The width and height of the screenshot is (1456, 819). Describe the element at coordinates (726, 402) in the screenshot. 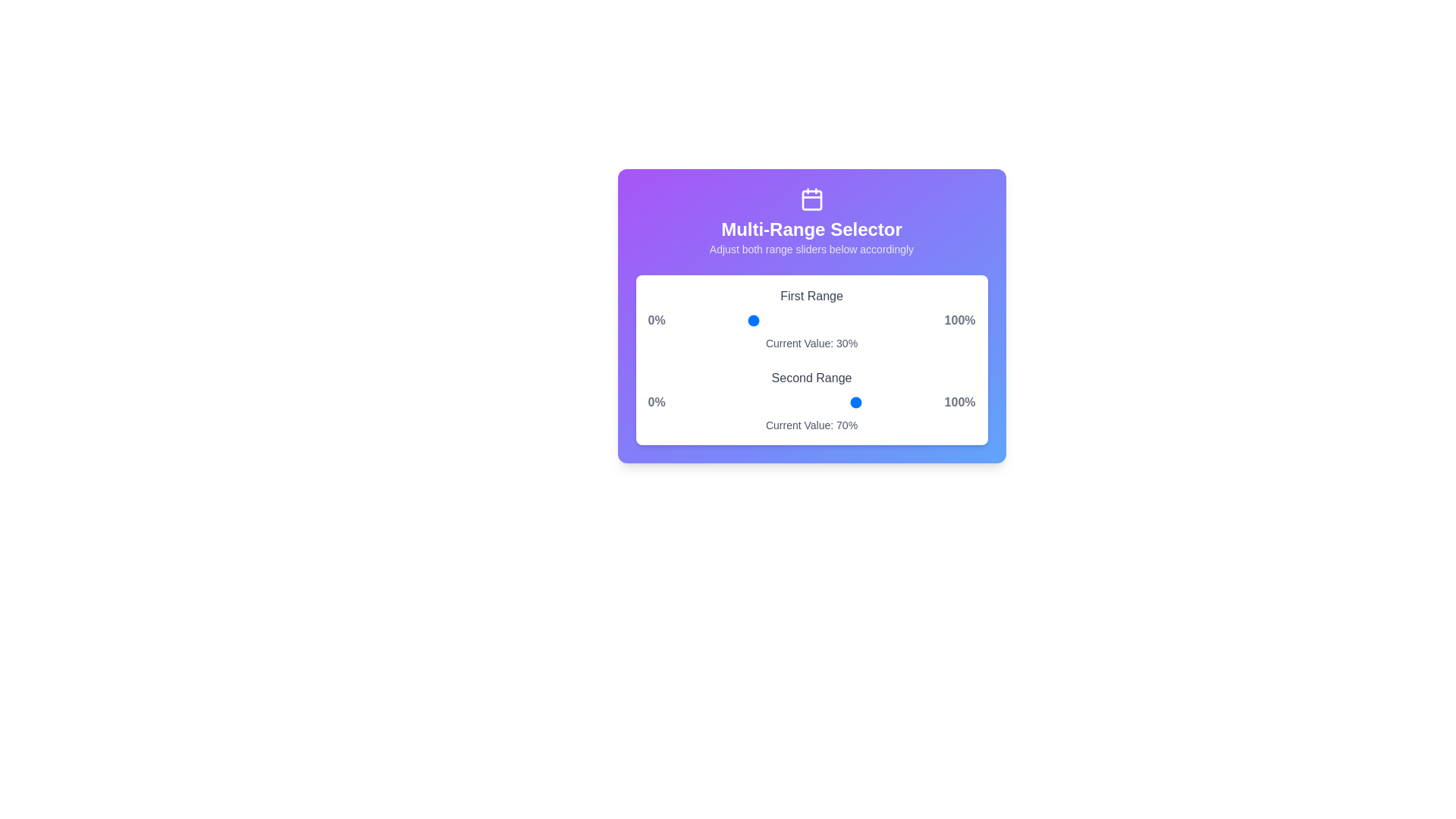

I see `the second slider range` at that location.